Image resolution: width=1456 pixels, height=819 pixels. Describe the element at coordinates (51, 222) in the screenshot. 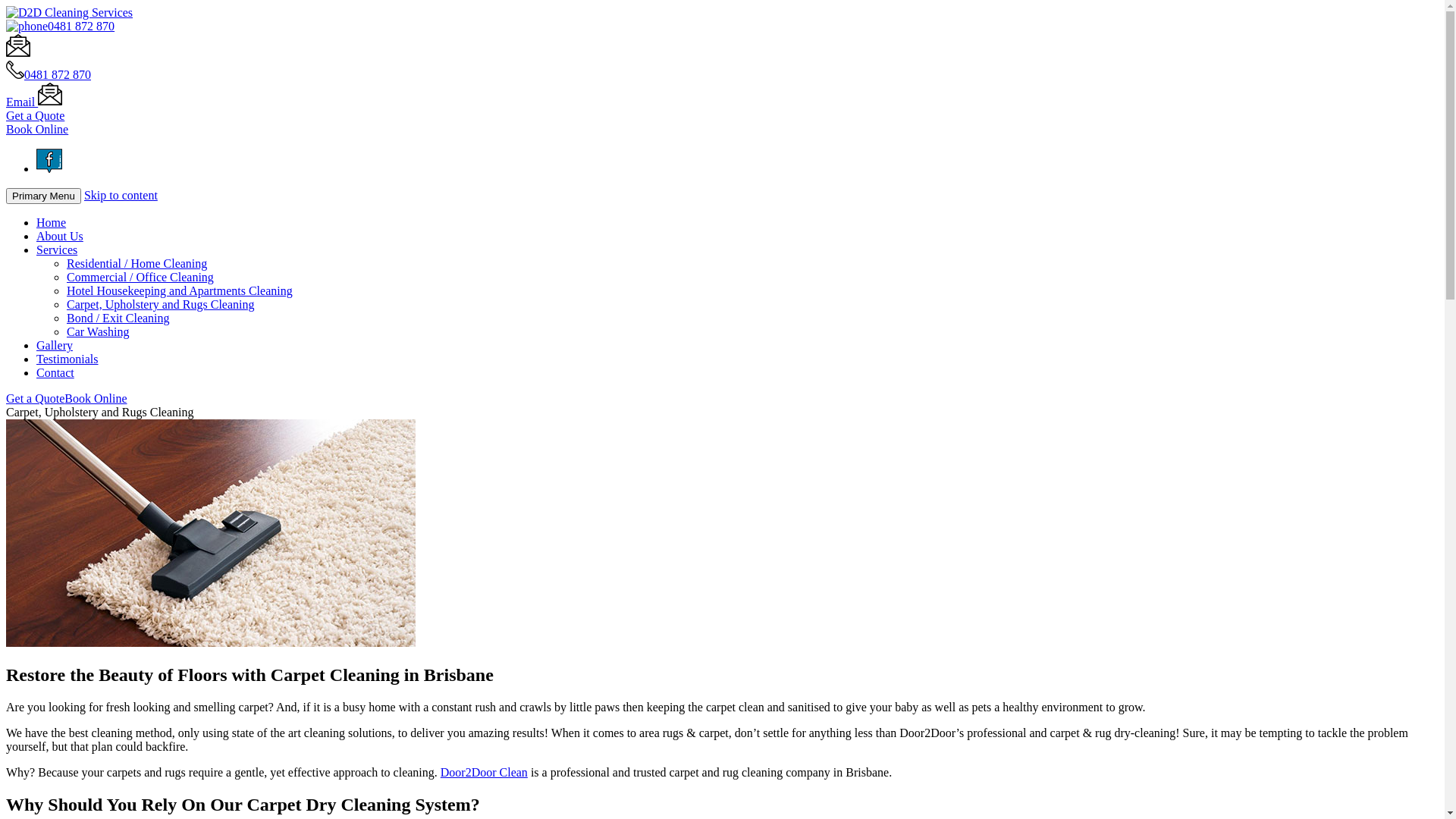

I see `'Home'` at that location.